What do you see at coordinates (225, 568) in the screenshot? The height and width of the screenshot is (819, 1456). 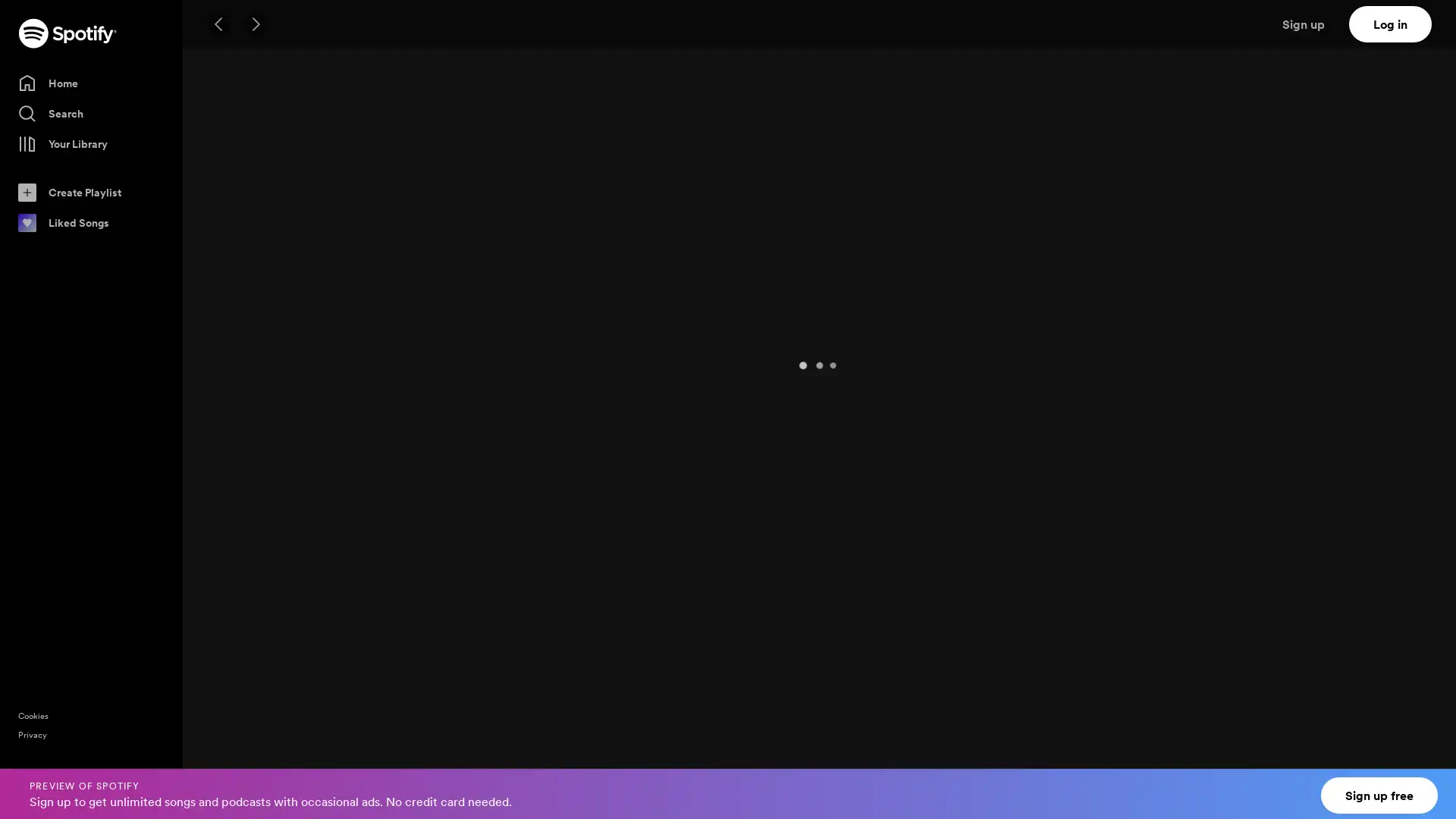 I see `Play Half Moon Mornings by Curren$y, The Alchemist` at bounding box center [225, 568].